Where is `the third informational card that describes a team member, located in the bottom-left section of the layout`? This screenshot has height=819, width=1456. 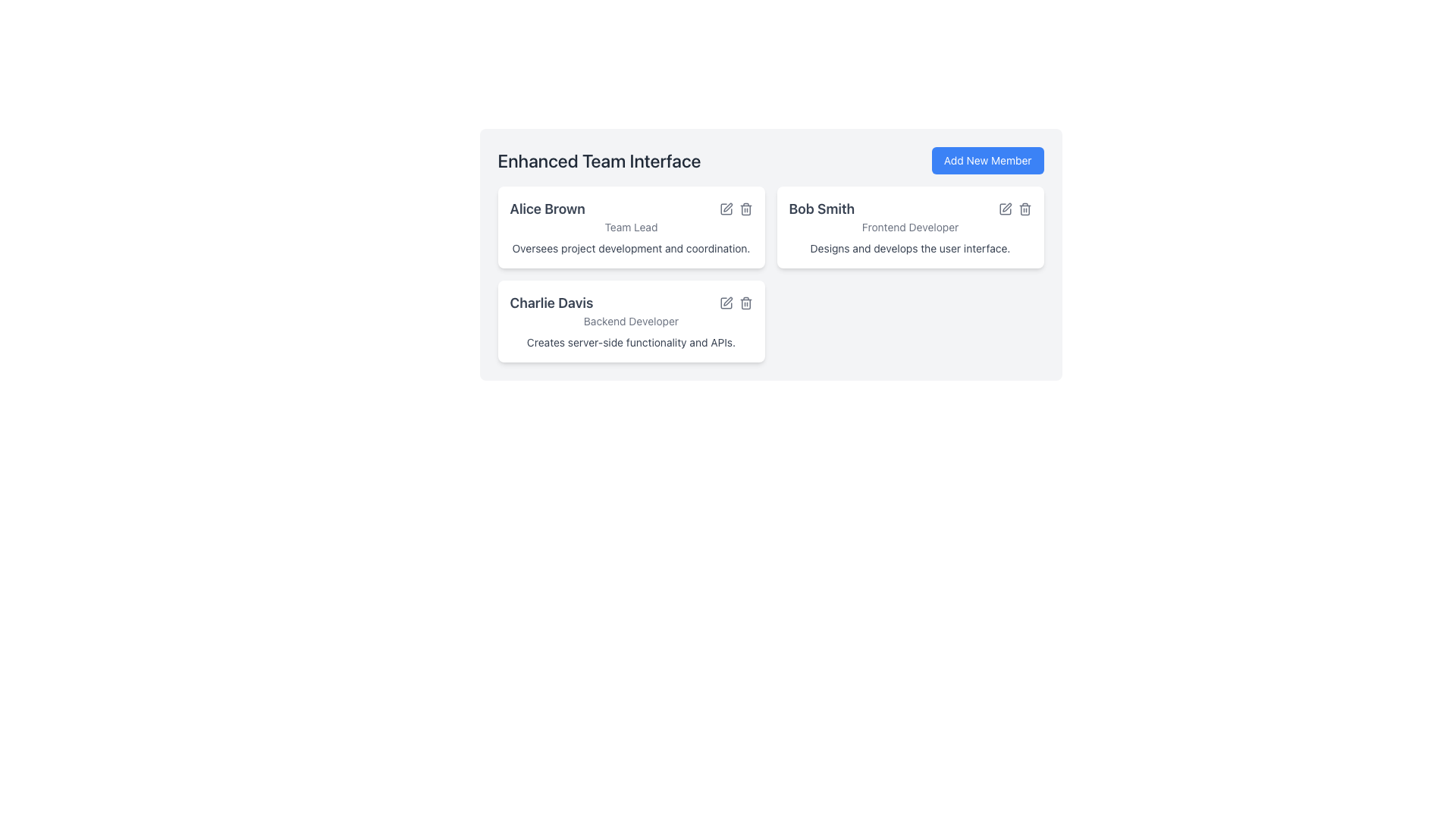
the third informational card that describes a team member, located in the bottom-left section of the layout is located at coordinates (631, 321).